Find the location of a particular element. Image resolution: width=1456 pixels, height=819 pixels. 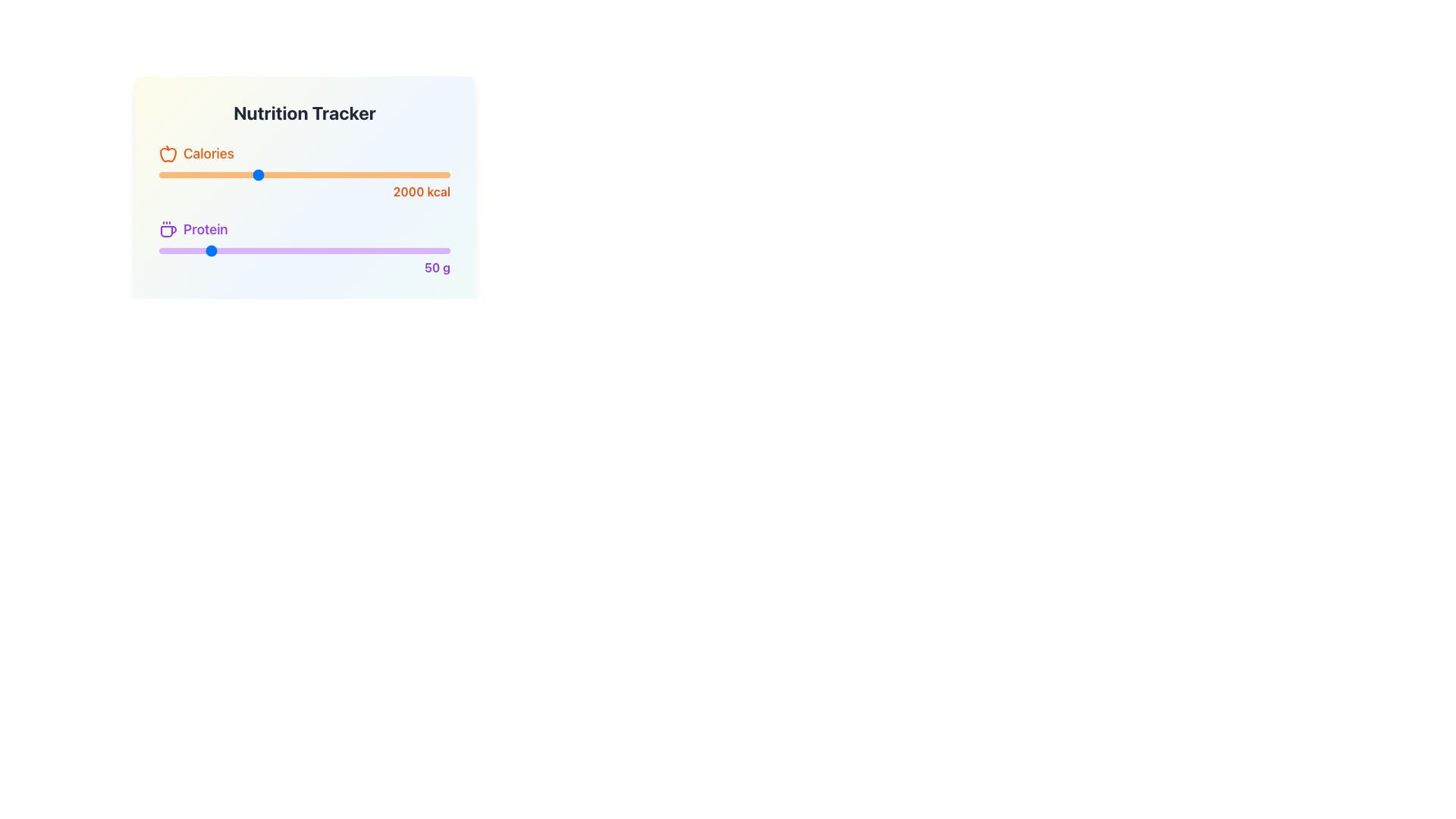

calorie goal is located at coordinates (438, 174).